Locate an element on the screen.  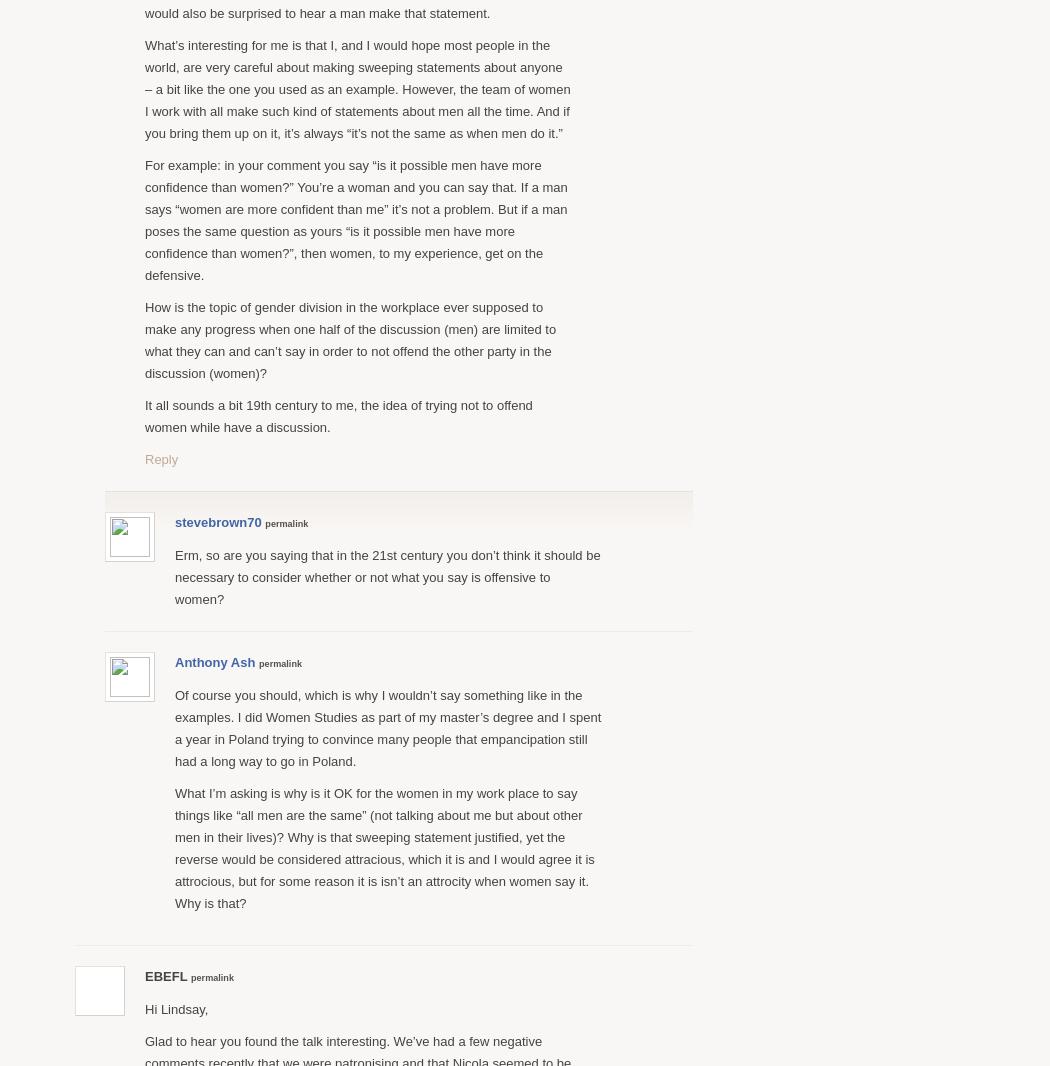
'Of course you should, which is why I wouldn’t say something like in the examples. I did Women Studies as part of my master’s degree and I spent a year in Poland trying to convince many people that empancipation still had a long way to go in Poland.' is located at coordinates (387, 726).